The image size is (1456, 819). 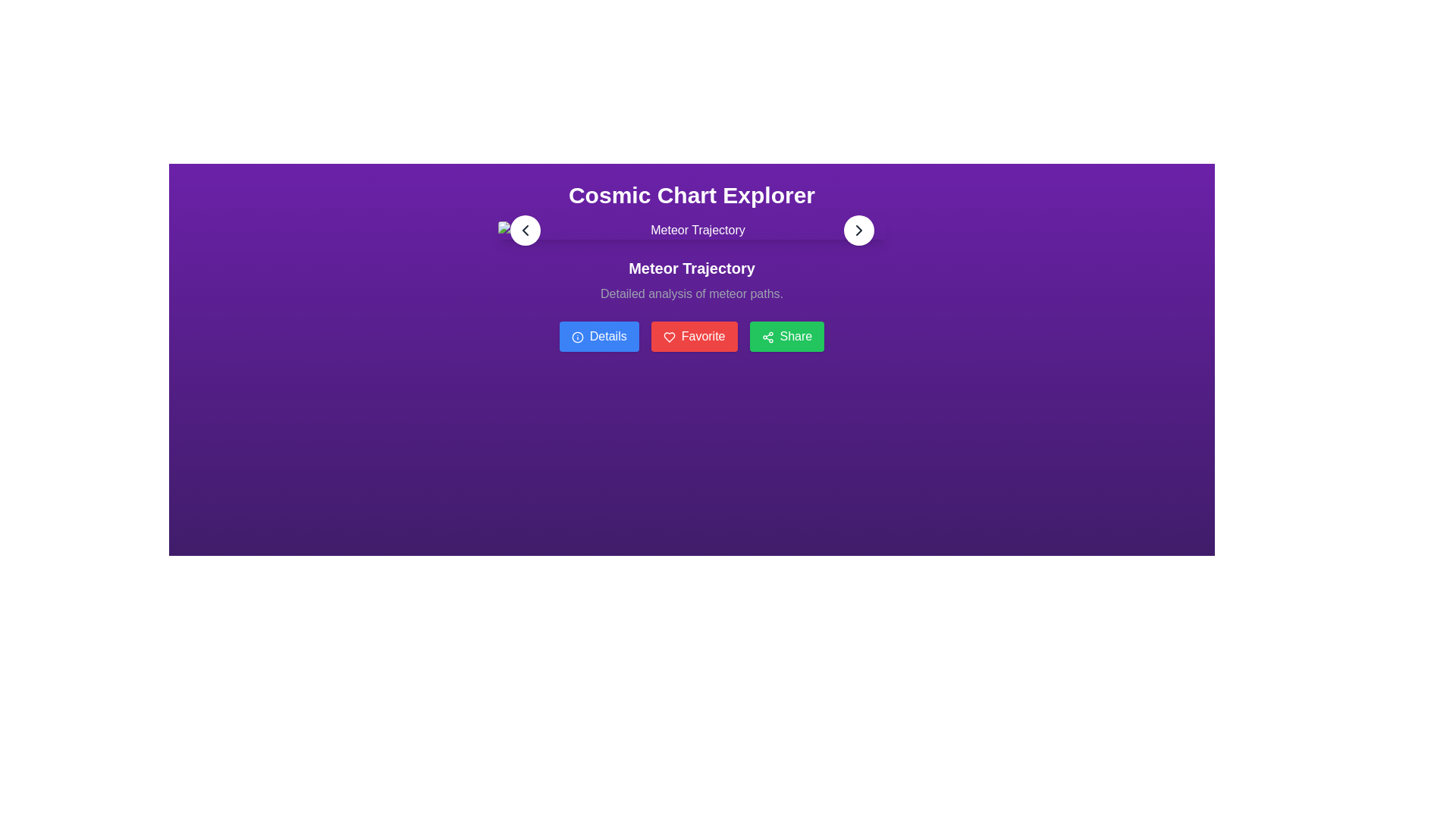 What do you see at coordinates (691, 281) in the screenshot?
I see `the static informational text block that displays a title and subtitle, located centrally underneath the main title 'Cosmic Chart Explorer', above the buttons labeled 'Details', 'Favorite', and 'Share'` at bounding box center [691, 281].